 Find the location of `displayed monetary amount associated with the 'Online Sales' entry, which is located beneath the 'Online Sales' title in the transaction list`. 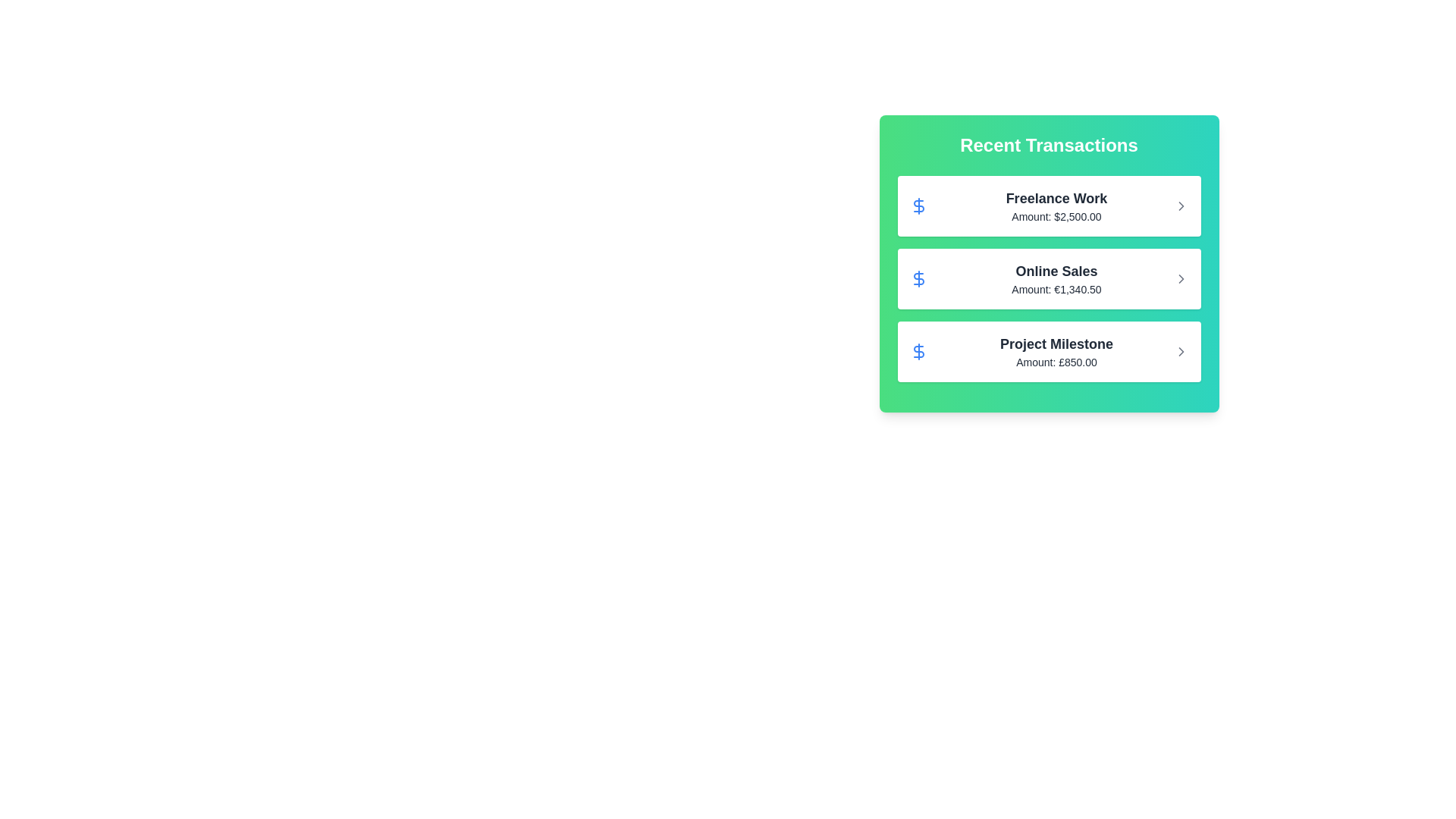

displayed monetary amount associated with the 'Online Sales' entry, which is located beneath the 'Online Sales' title in the transaction list is located at coordinates (1056, 289).